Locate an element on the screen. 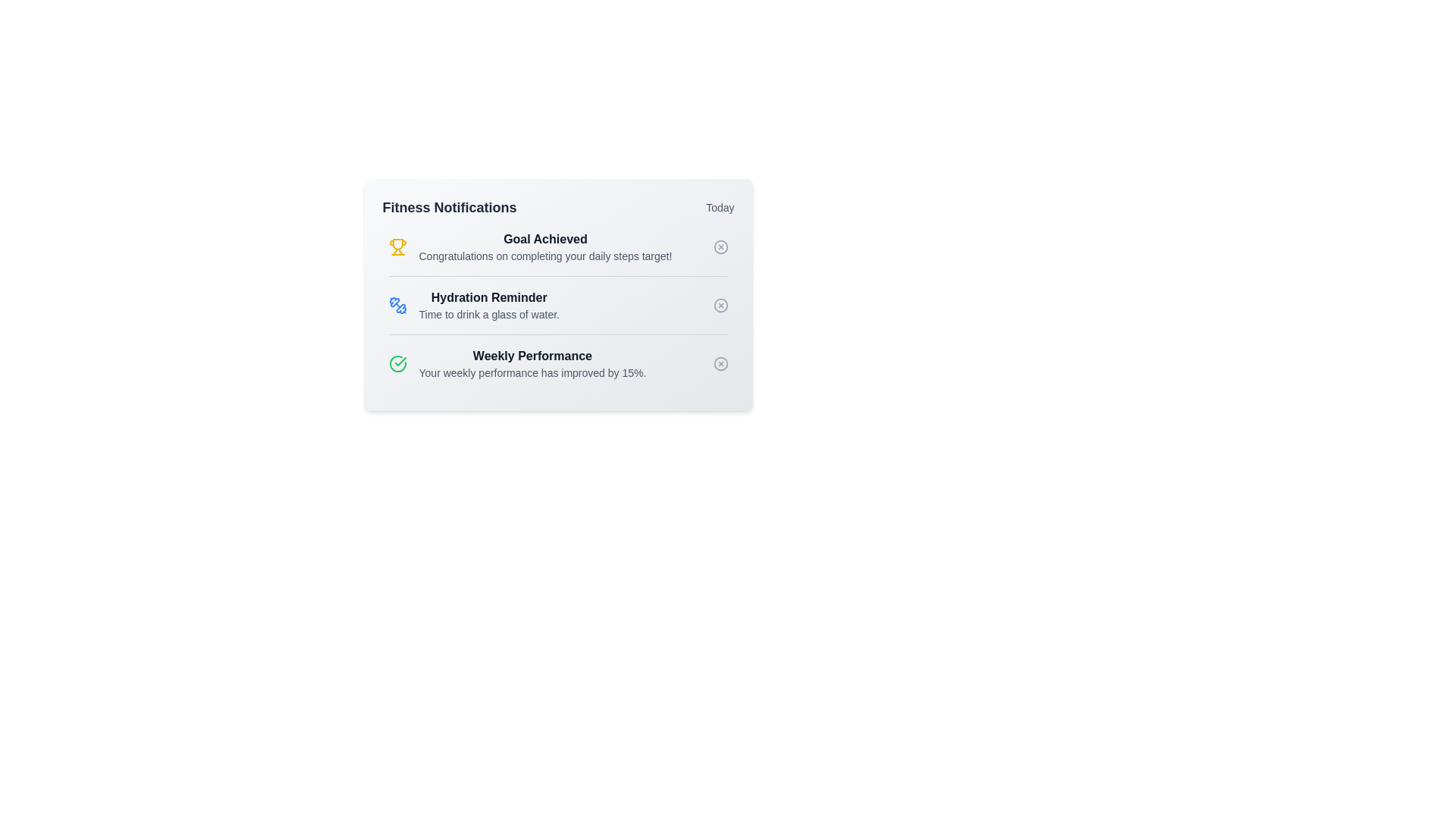 Image resolution: width=1456 pixels, height=819 pixels. the Notification item that congratulates the user for achieving their daily steps goal, located at the upper part of the notification panel, between 'Fitness Notifications' and 'Hydration Reminder' is located at coordinates (530, 246).